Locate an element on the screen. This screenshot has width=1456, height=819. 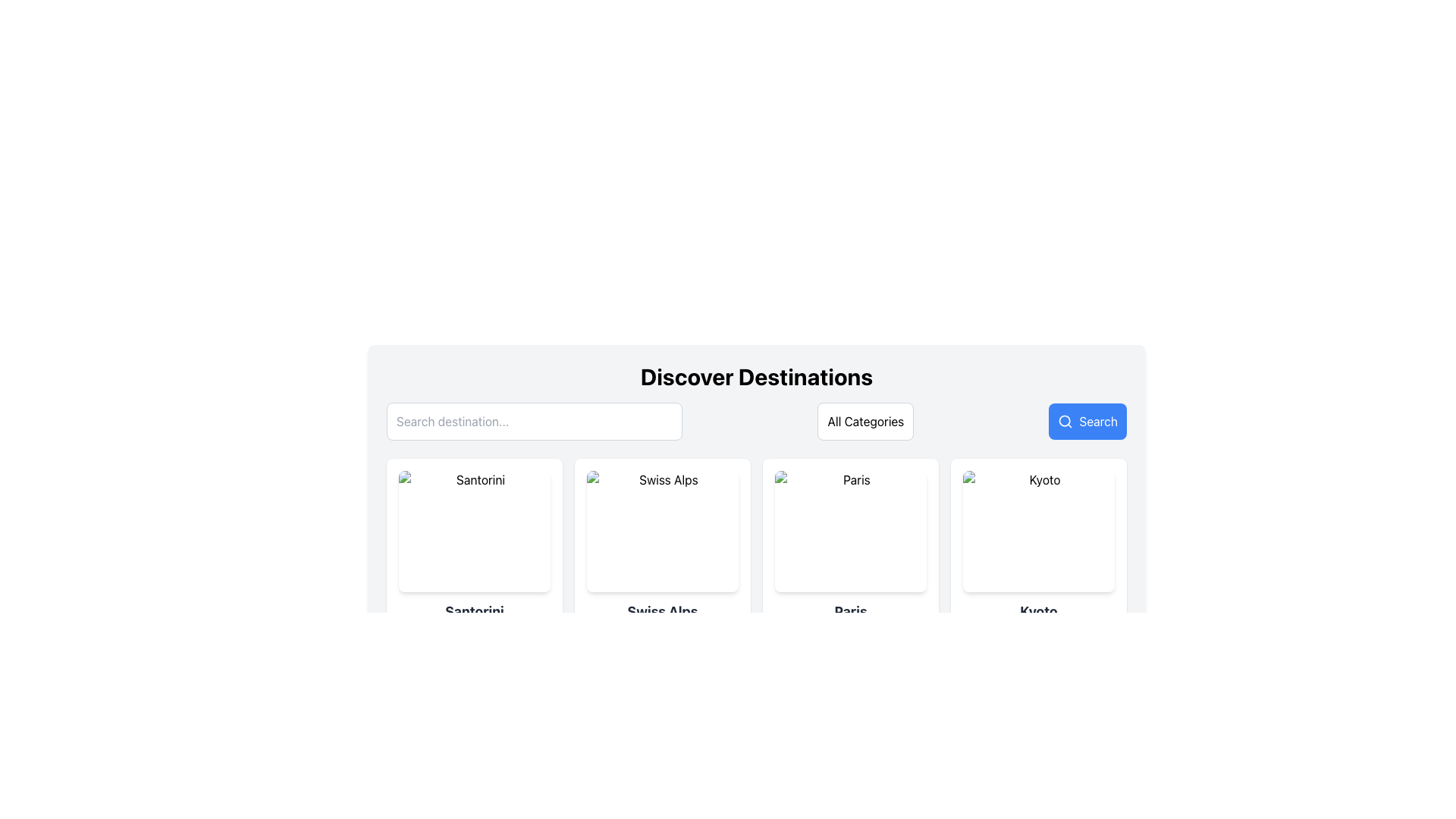
the image placeholder for 'Paris' is located at coordinates (851, 531).